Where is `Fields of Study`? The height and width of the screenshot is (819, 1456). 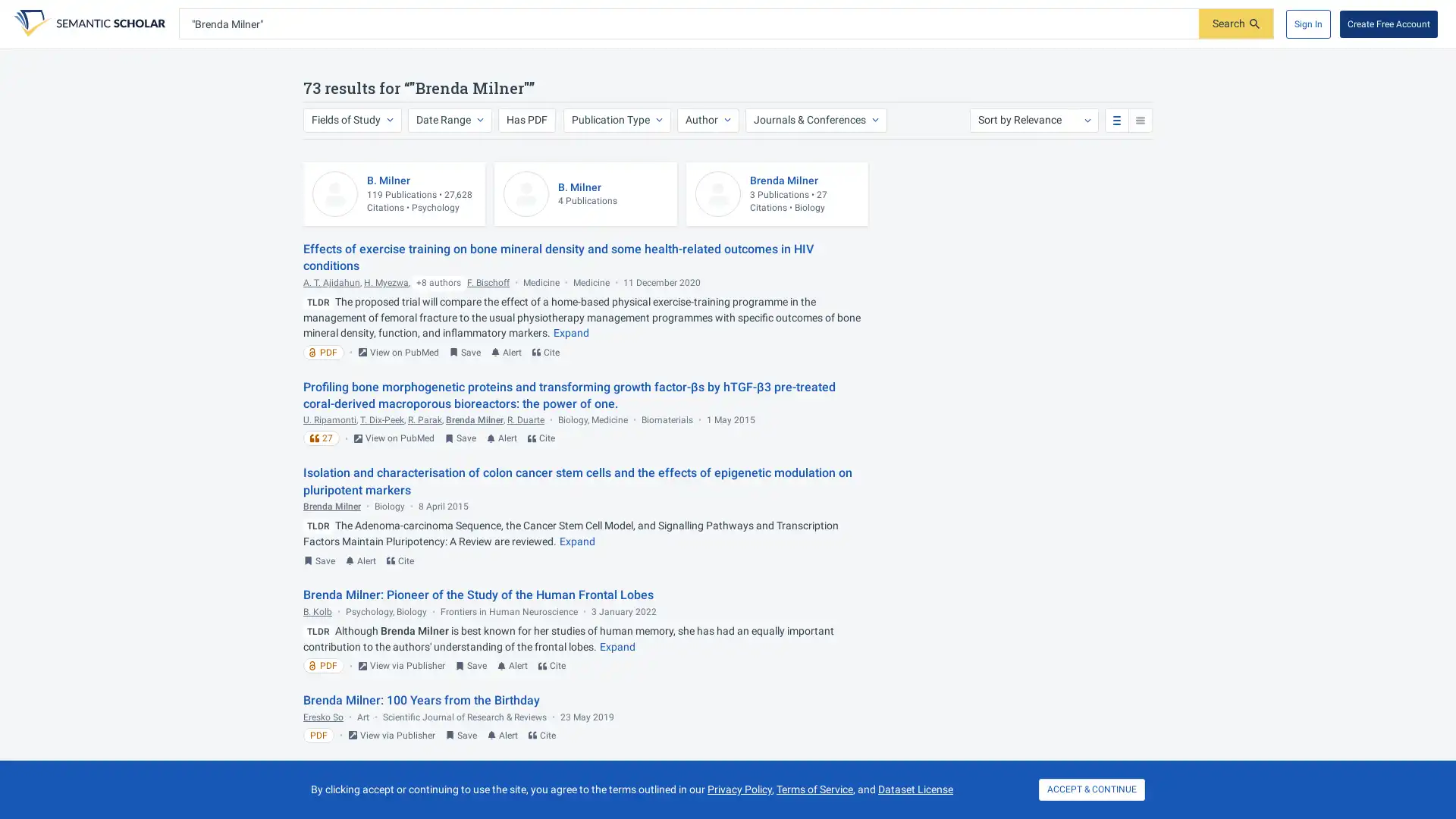 Fields of Study is located at coordinates (351, 119).